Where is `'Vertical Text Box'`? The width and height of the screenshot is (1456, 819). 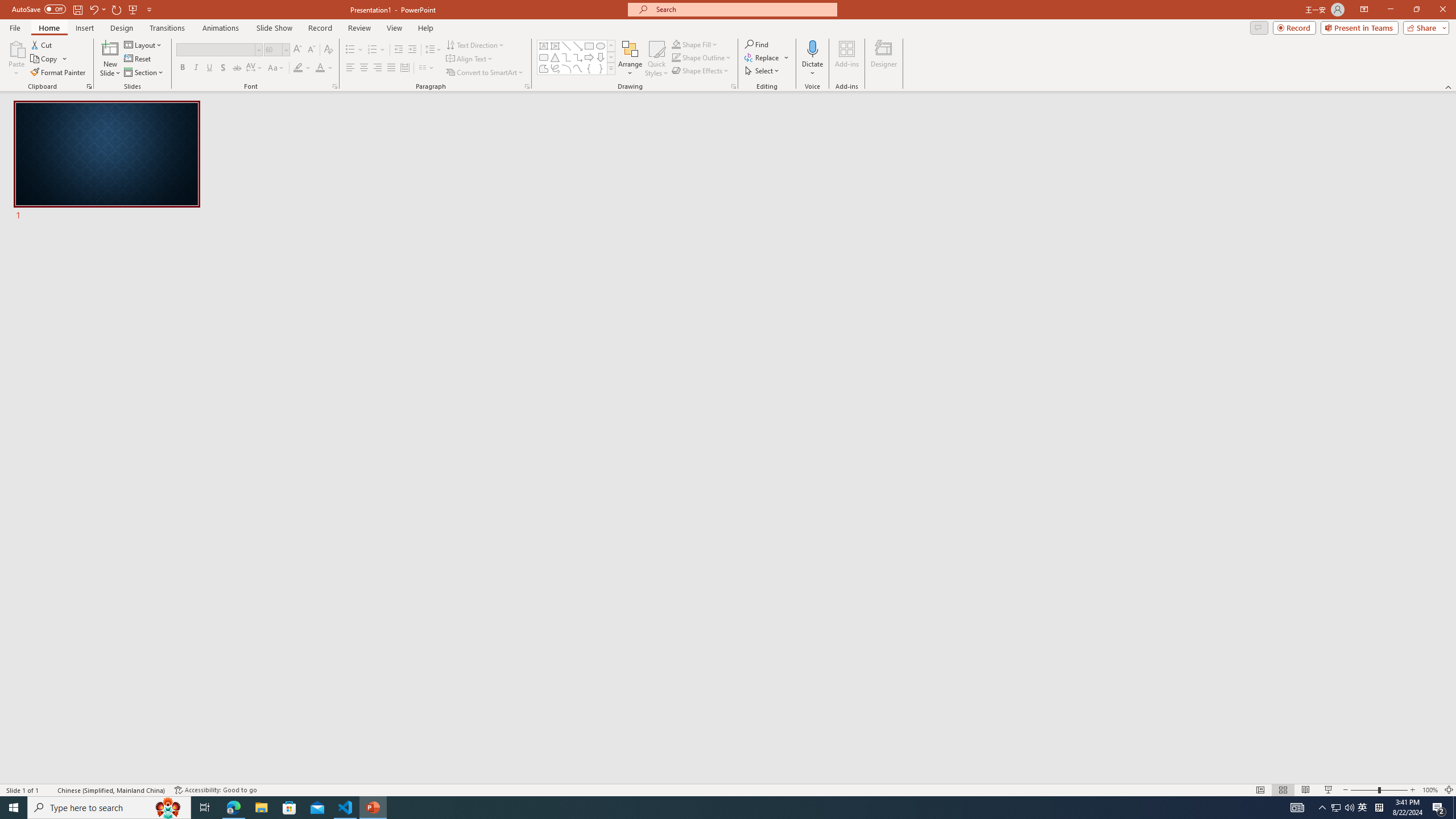
'Vertical Text Box' is located at coordinates (554, 45).